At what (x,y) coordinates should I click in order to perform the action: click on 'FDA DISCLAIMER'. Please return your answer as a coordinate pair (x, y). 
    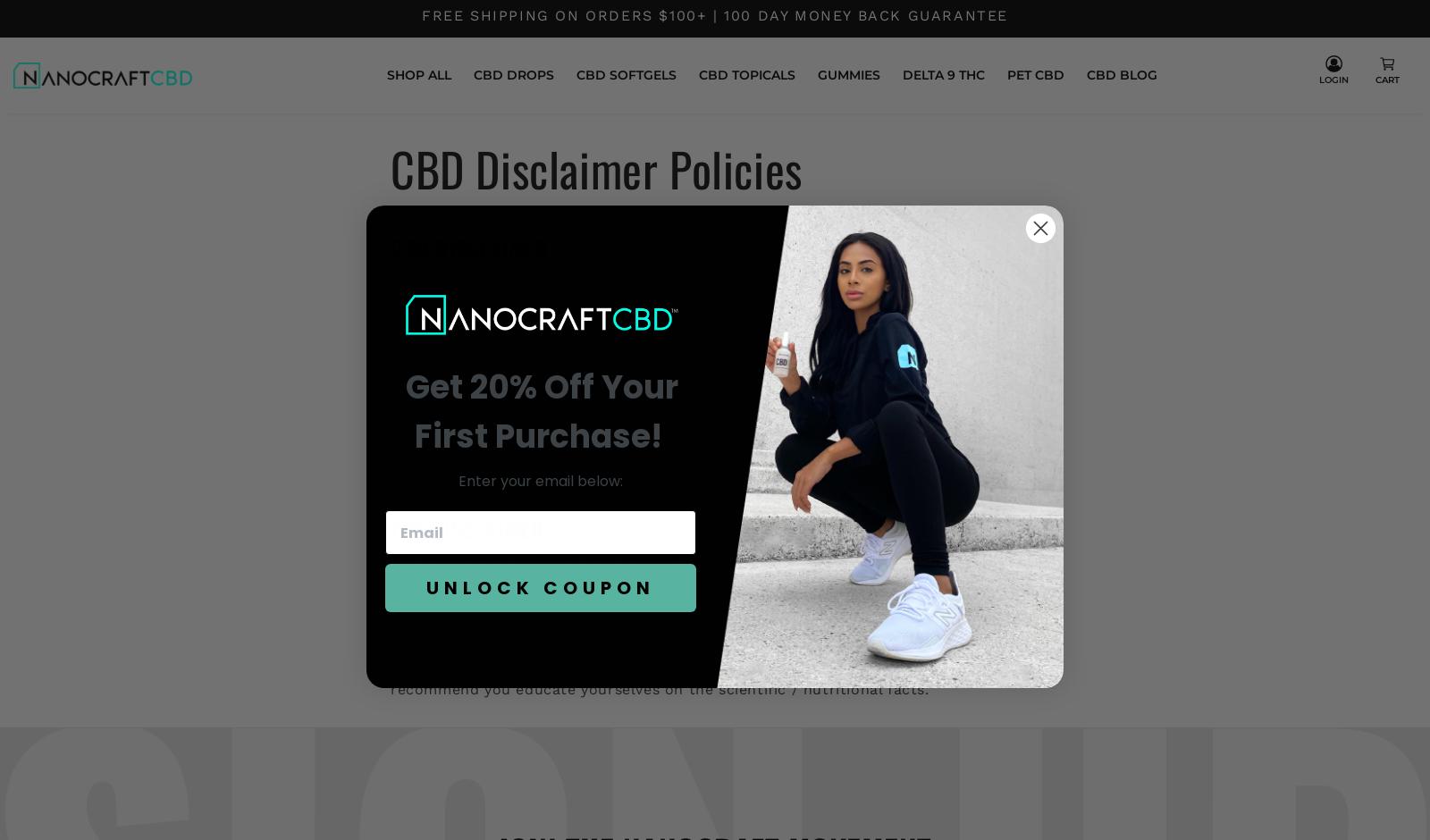
    Looking at the image, I should click on (466, 528).